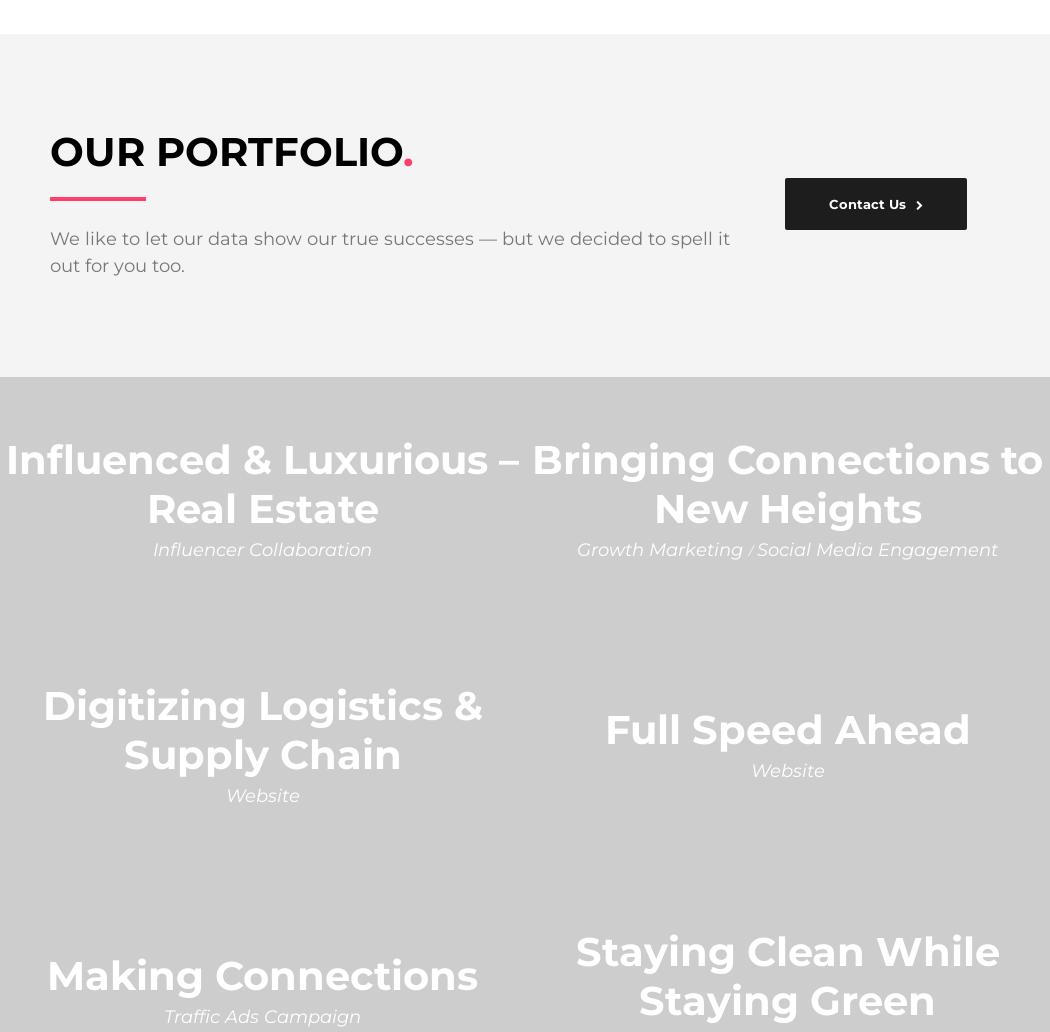 This screenshot has width=1050, height=1032. I want to click on 'OUR PORTFOLIO', so click(48, 150).